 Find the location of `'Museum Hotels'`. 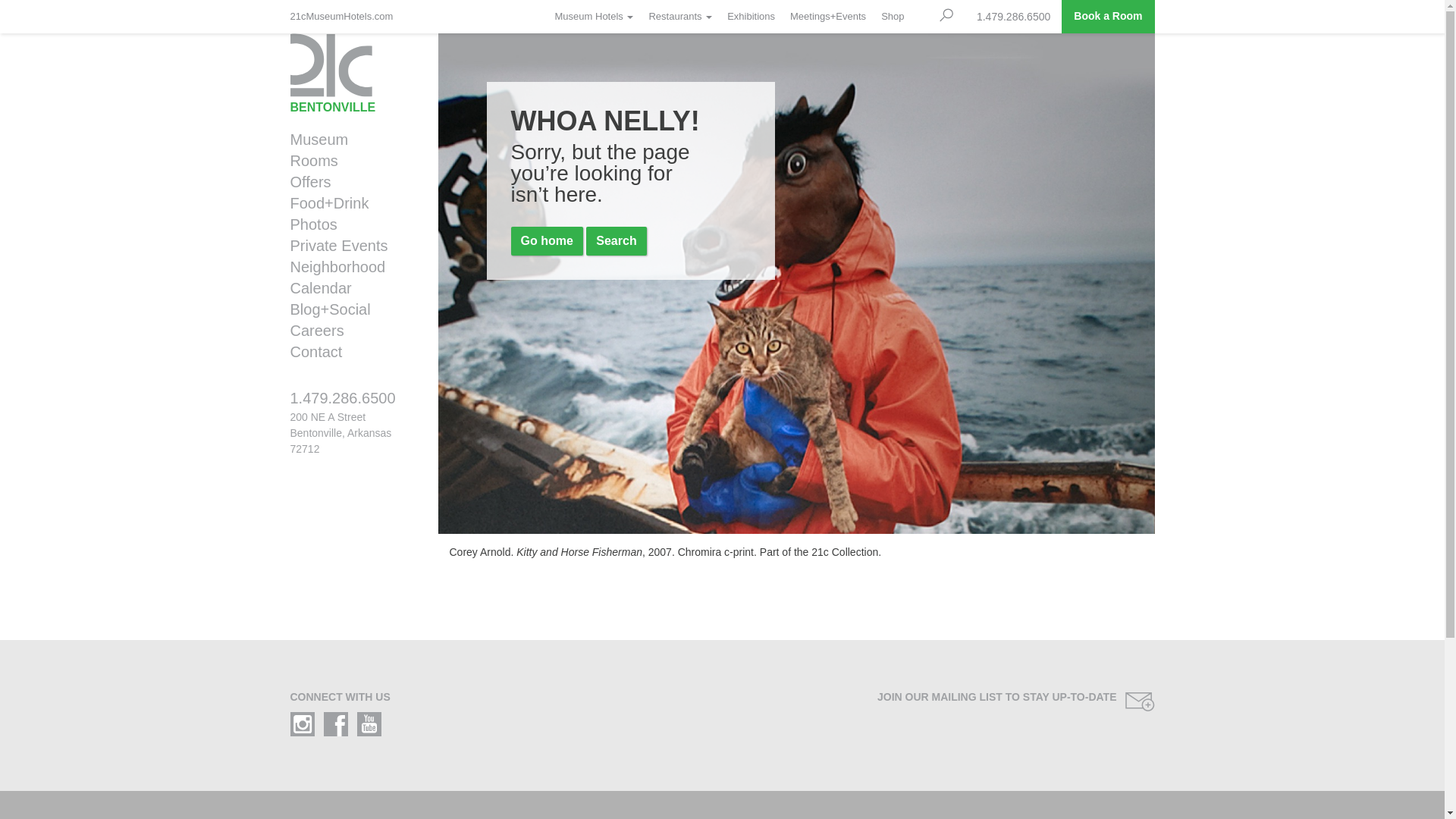

'Museum Hotels' is located at coordinates (546, 17).